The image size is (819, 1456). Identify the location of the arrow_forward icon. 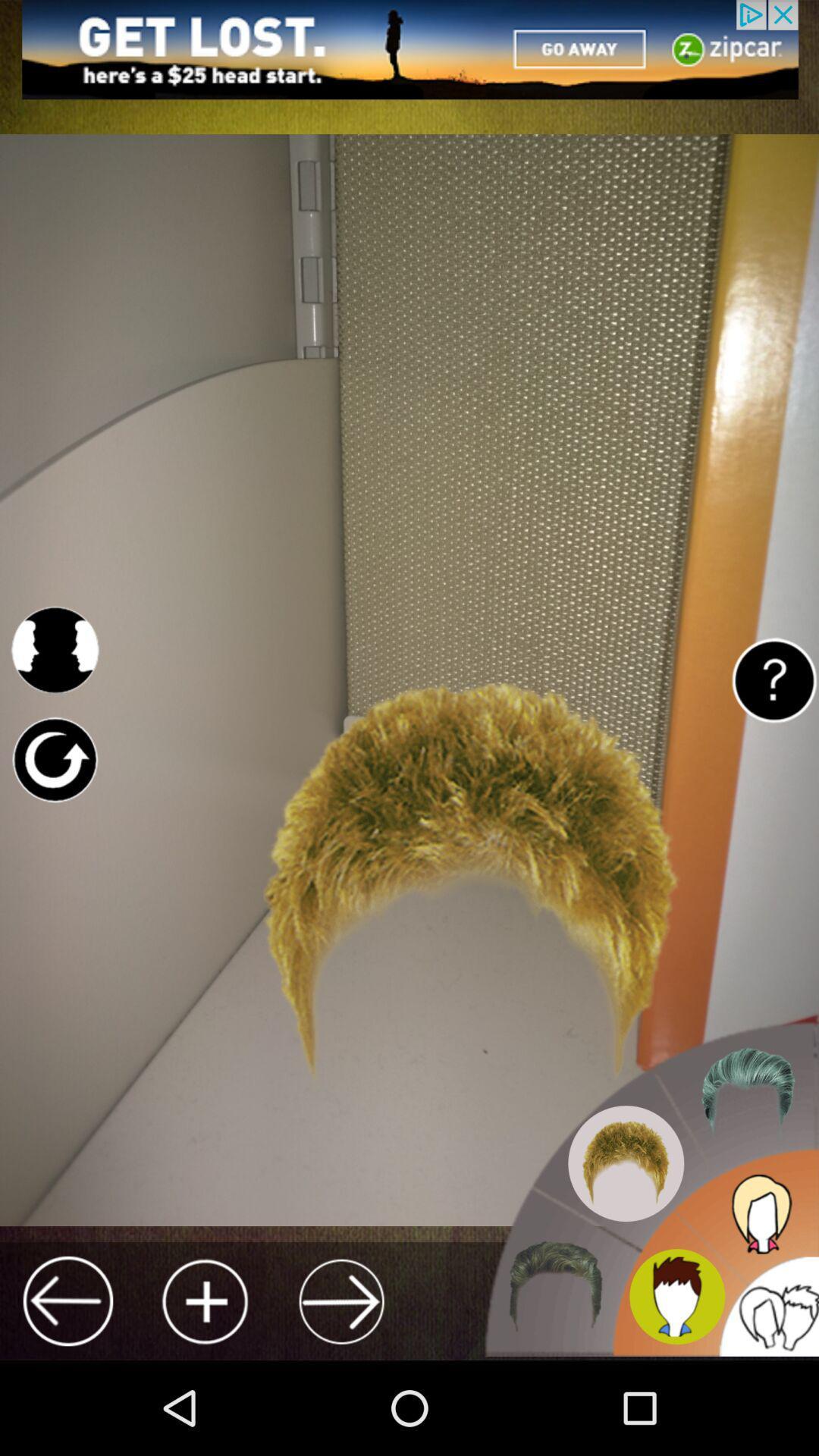
(341, 1392).